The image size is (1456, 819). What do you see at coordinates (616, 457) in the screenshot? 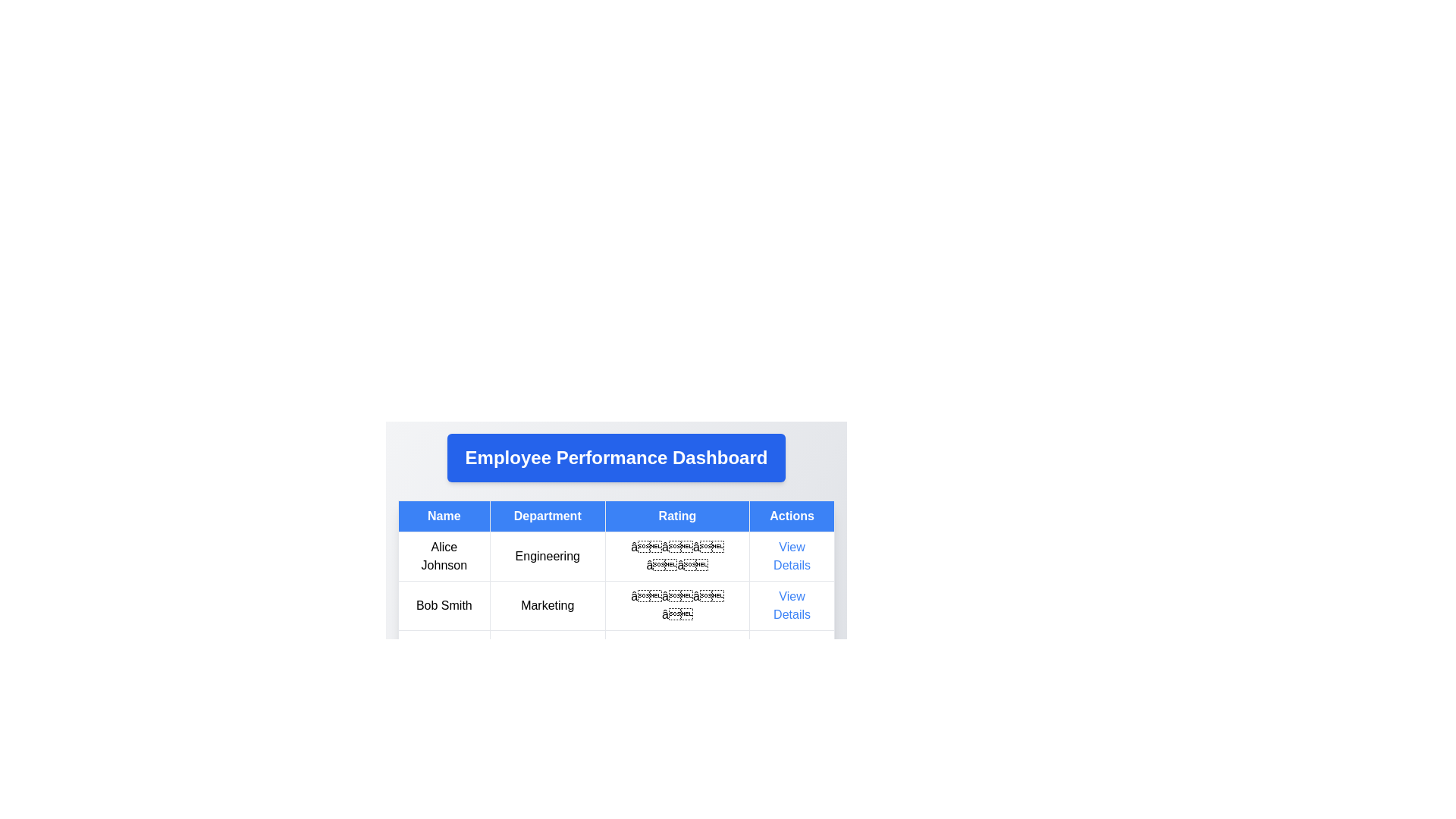
I see `the Text Header element, which serves as the title for the employee performance dashboard, positioned at the top of the layout above the employee details table` at bounding box center [616, 457].